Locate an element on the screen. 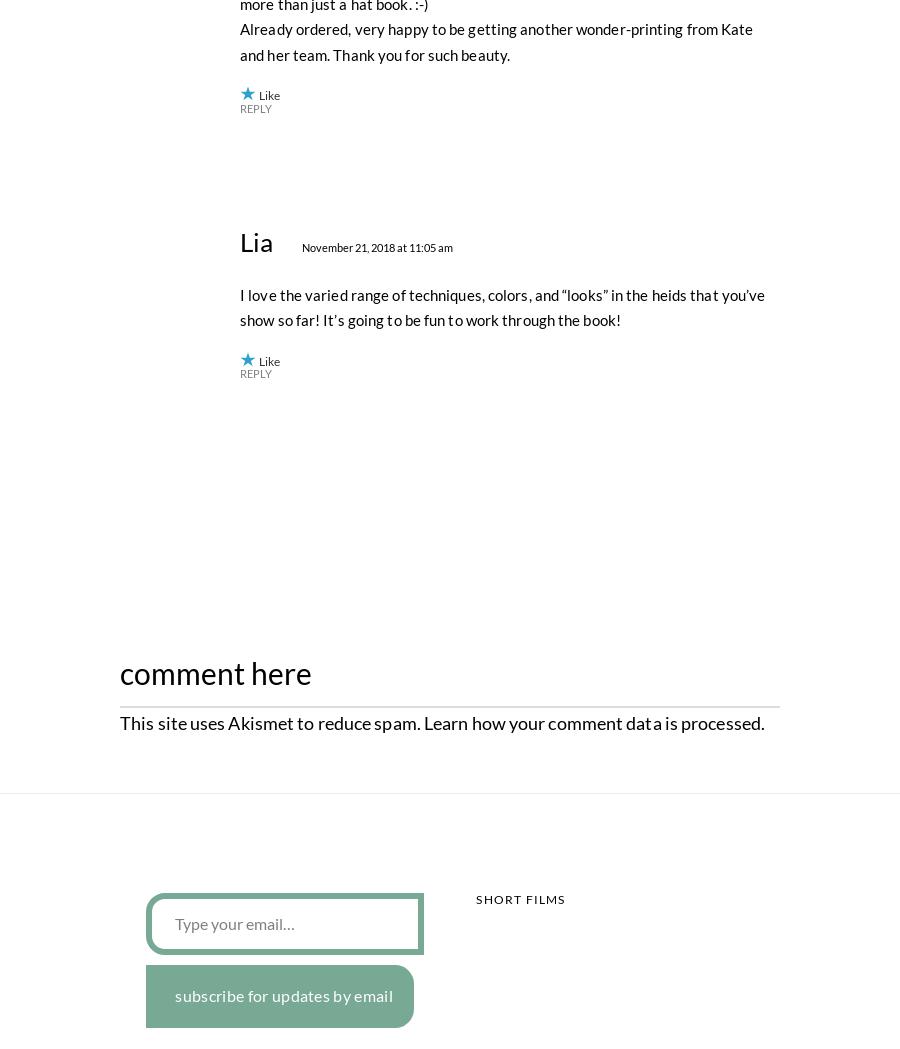 This screenshot has height=1049, width=900. 'I love the varied range of techniques, colors, and “looks” in the heids that you’ve show so far!  It’s going to be fun to work through the book!' is located at coordinates (501, 745).